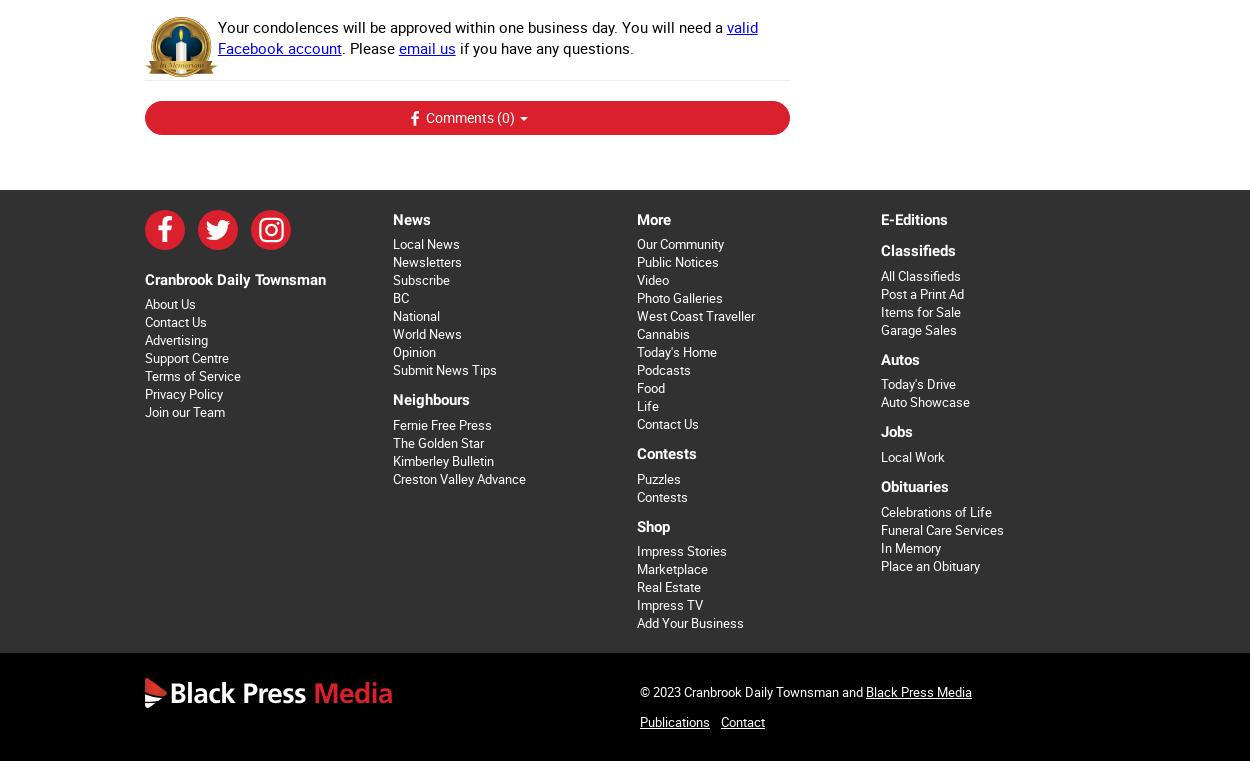 The height and width of the screenshot is (761, 1250). Describe the element at coordinates (651, 280) in the screenshot. I see `'Video'` at that location.